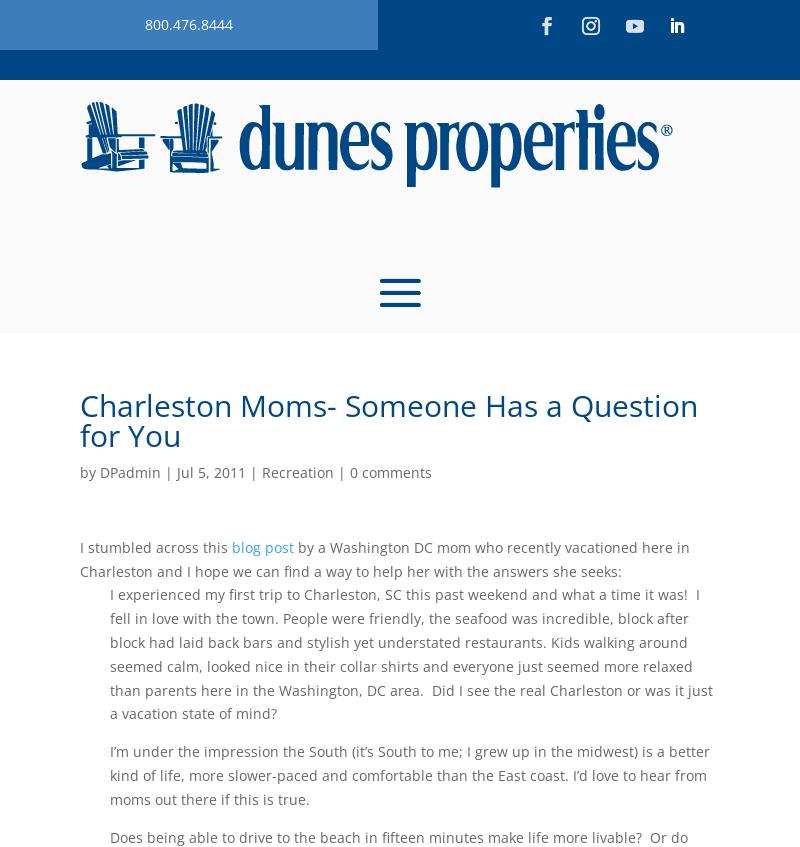 This screenshot has width=800, height=847. Describe the element at coordinates (80, 546) in the screenshot. I see `'I stumbled across this'` at that location.